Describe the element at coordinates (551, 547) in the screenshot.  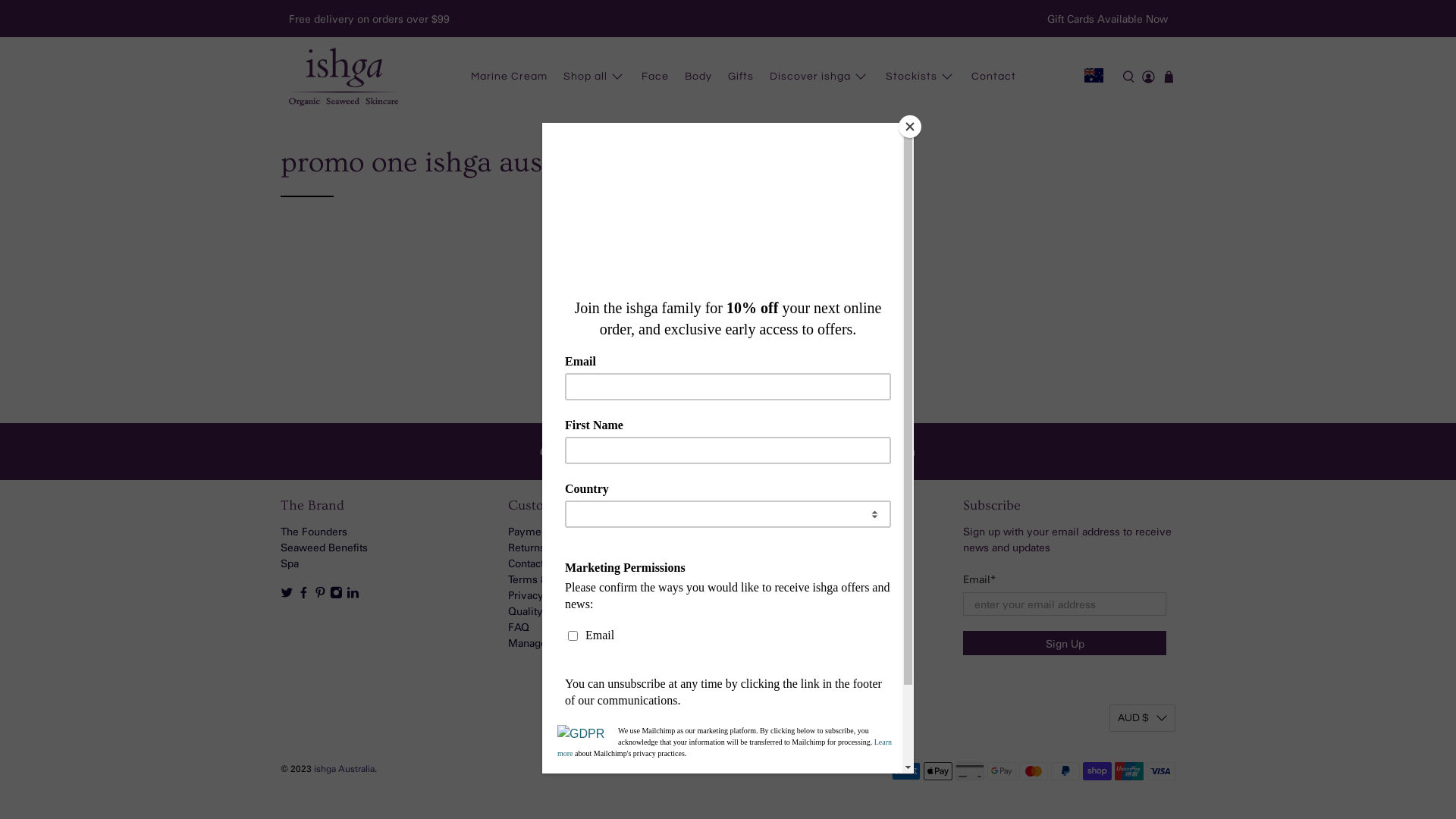
I see `'Returns & Refunds'` at that location.